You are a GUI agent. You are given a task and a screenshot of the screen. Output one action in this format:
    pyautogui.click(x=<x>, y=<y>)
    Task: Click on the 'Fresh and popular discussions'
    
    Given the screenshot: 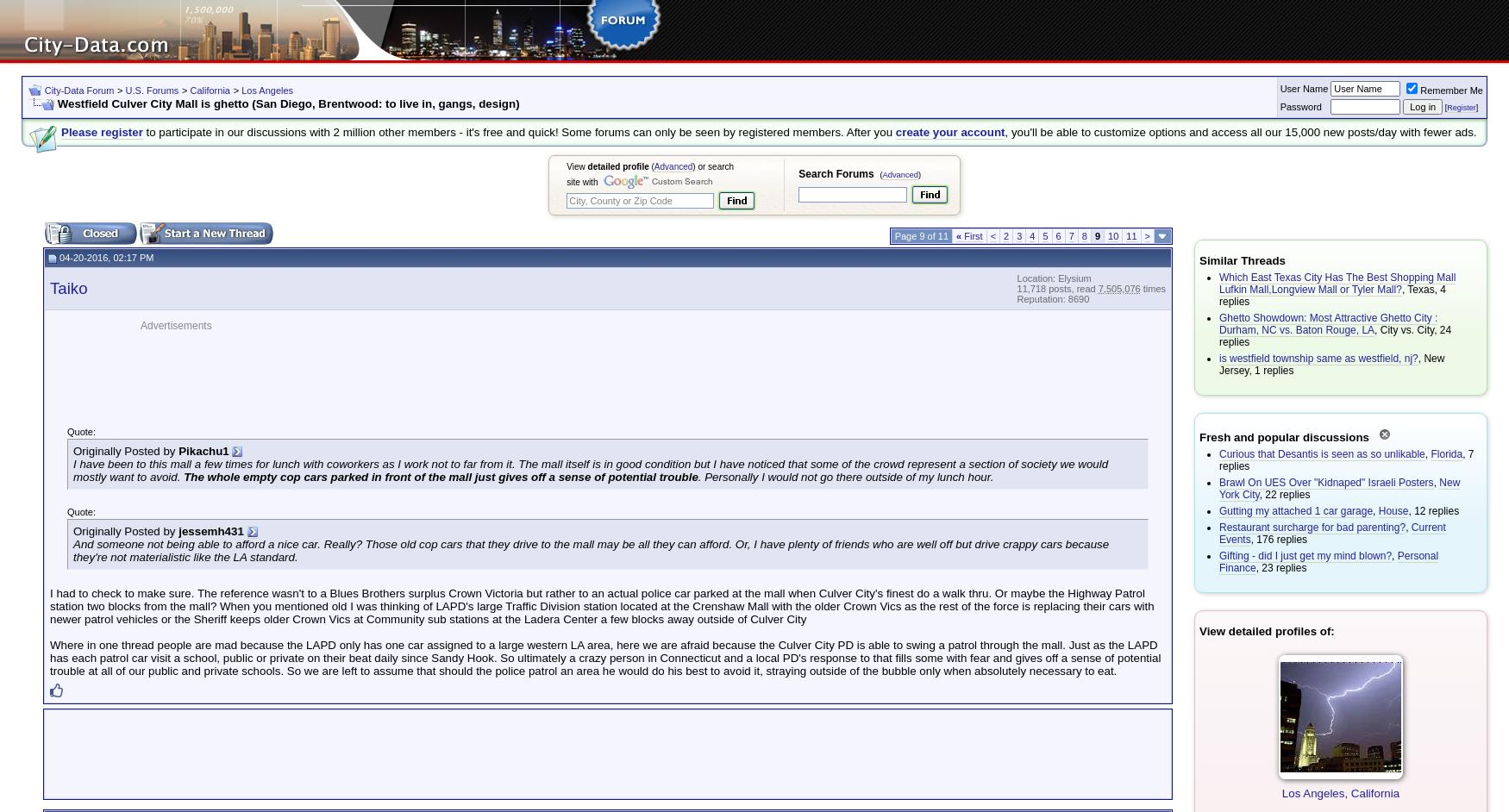 What is the action you would take?
    pyautogui.click(x=1284, y=437)
    